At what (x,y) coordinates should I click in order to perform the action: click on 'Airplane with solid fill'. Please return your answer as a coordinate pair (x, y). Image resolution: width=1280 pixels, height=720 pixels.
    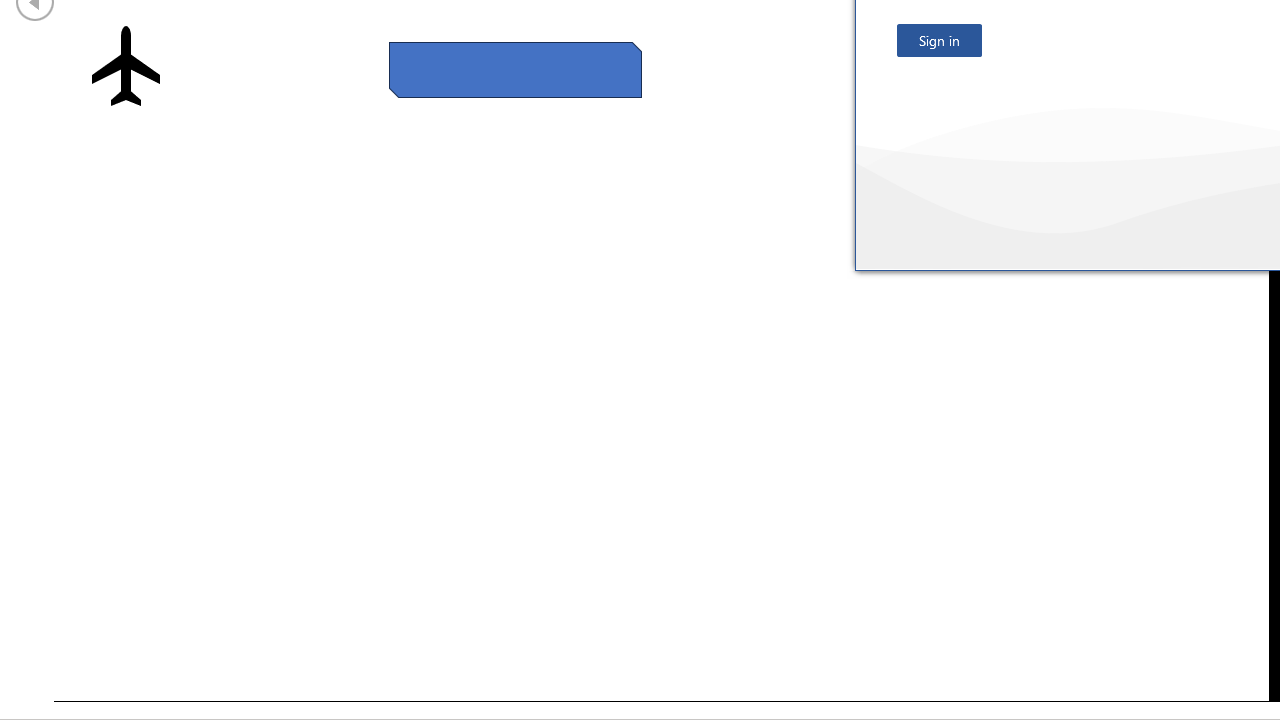
    Looking at the image, I should click on (125, 64).